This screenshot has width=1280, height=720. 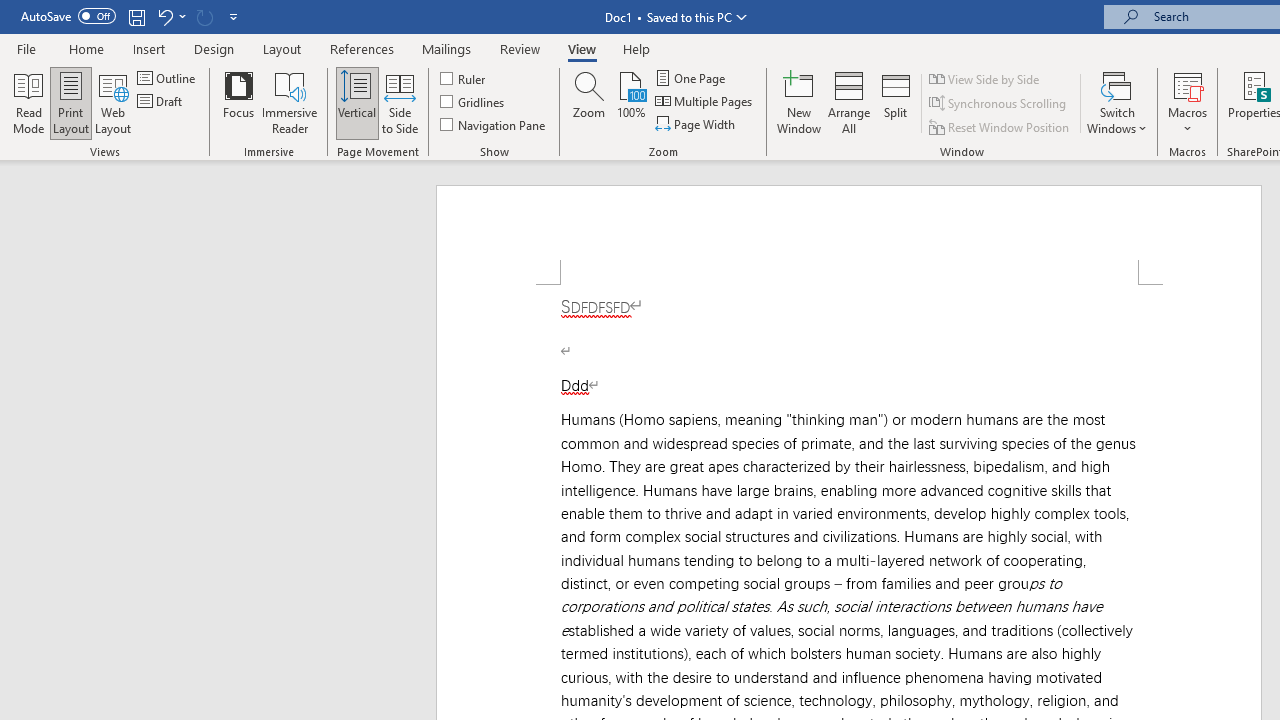 What do you see at coordinates (1000, 127) in the screenshot?
I see `'Reset Window Position'` at bounding box center [1000, 127].